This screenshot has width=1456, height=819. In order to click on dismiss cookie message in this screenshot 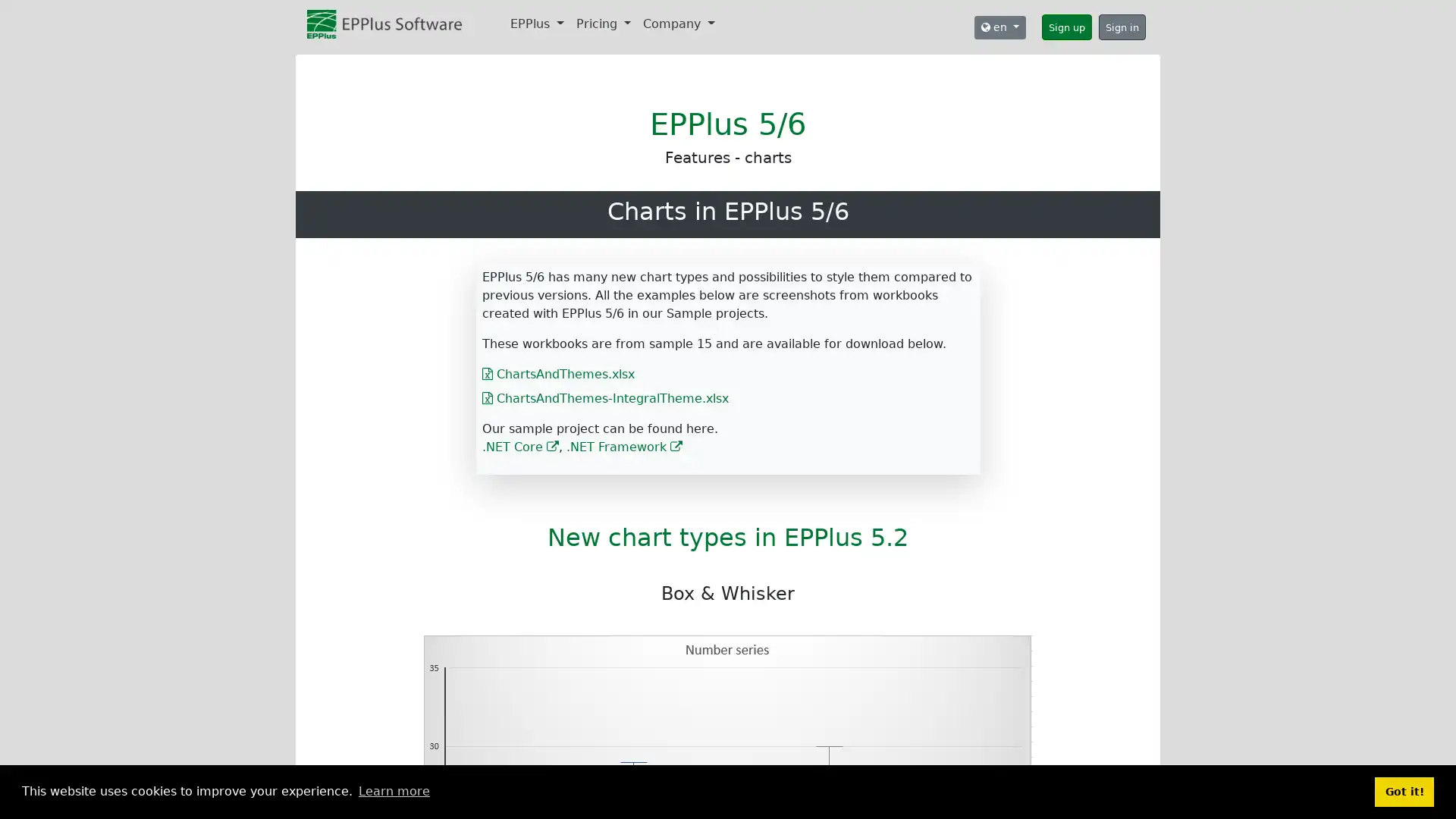, I will do `click(1404, 791)`.